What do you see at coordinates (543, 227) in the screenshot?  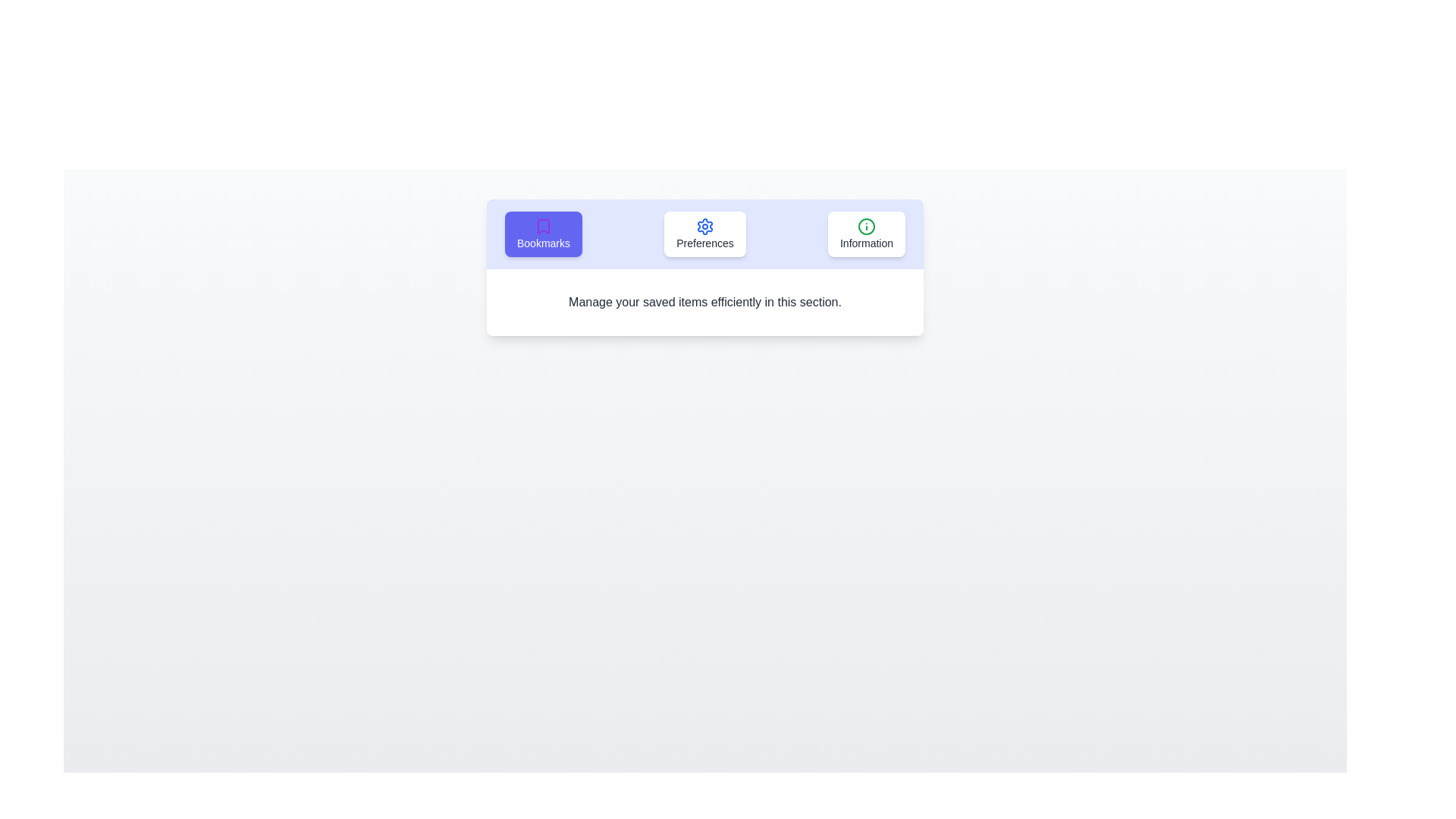 I see `the icon of the Bookmarks tab` at bounding box center [543, 227].